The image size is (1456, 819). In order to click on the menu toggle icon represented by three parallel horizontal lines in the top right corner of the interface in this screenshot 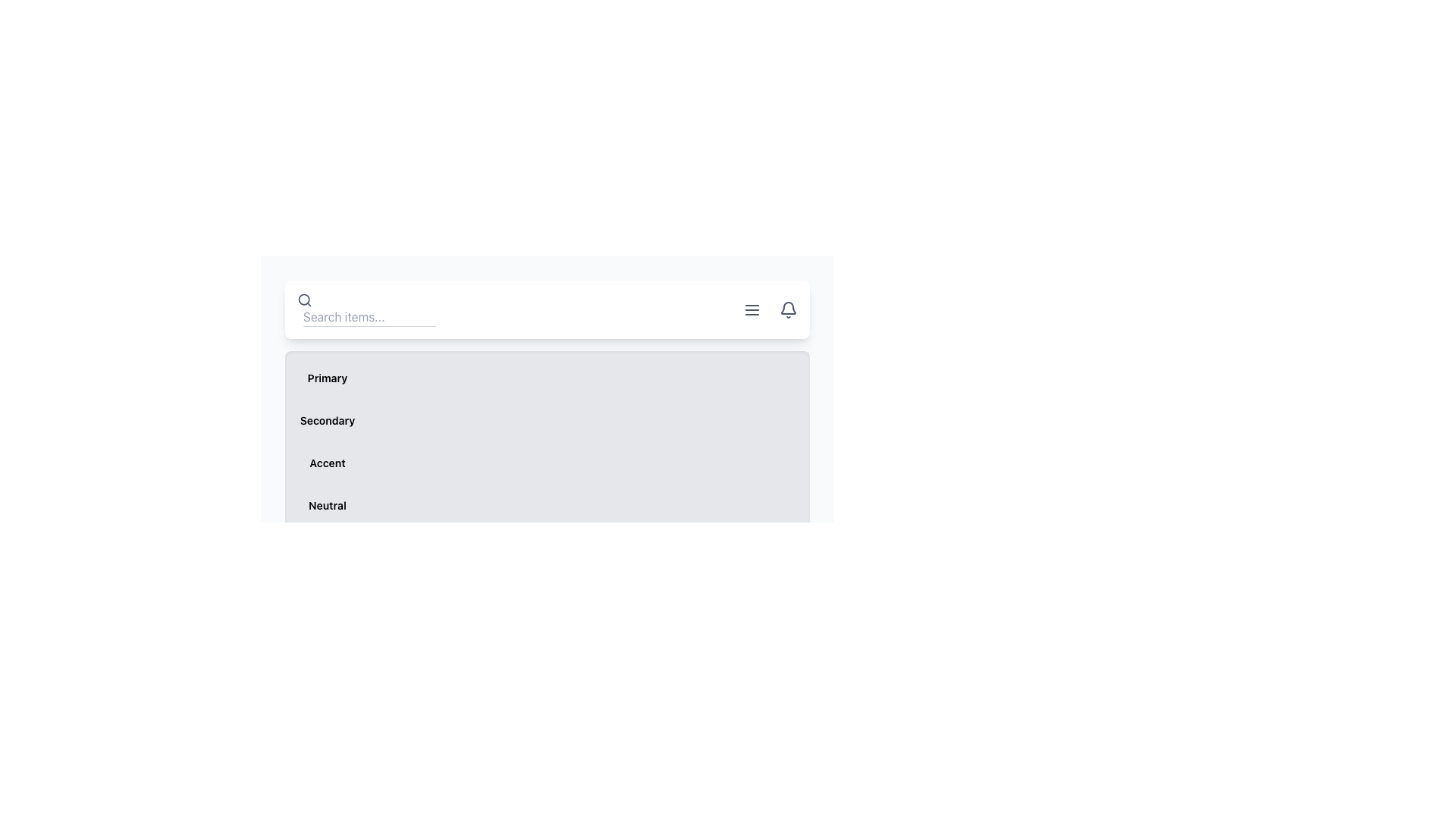, I will do `click(752, 309)`.